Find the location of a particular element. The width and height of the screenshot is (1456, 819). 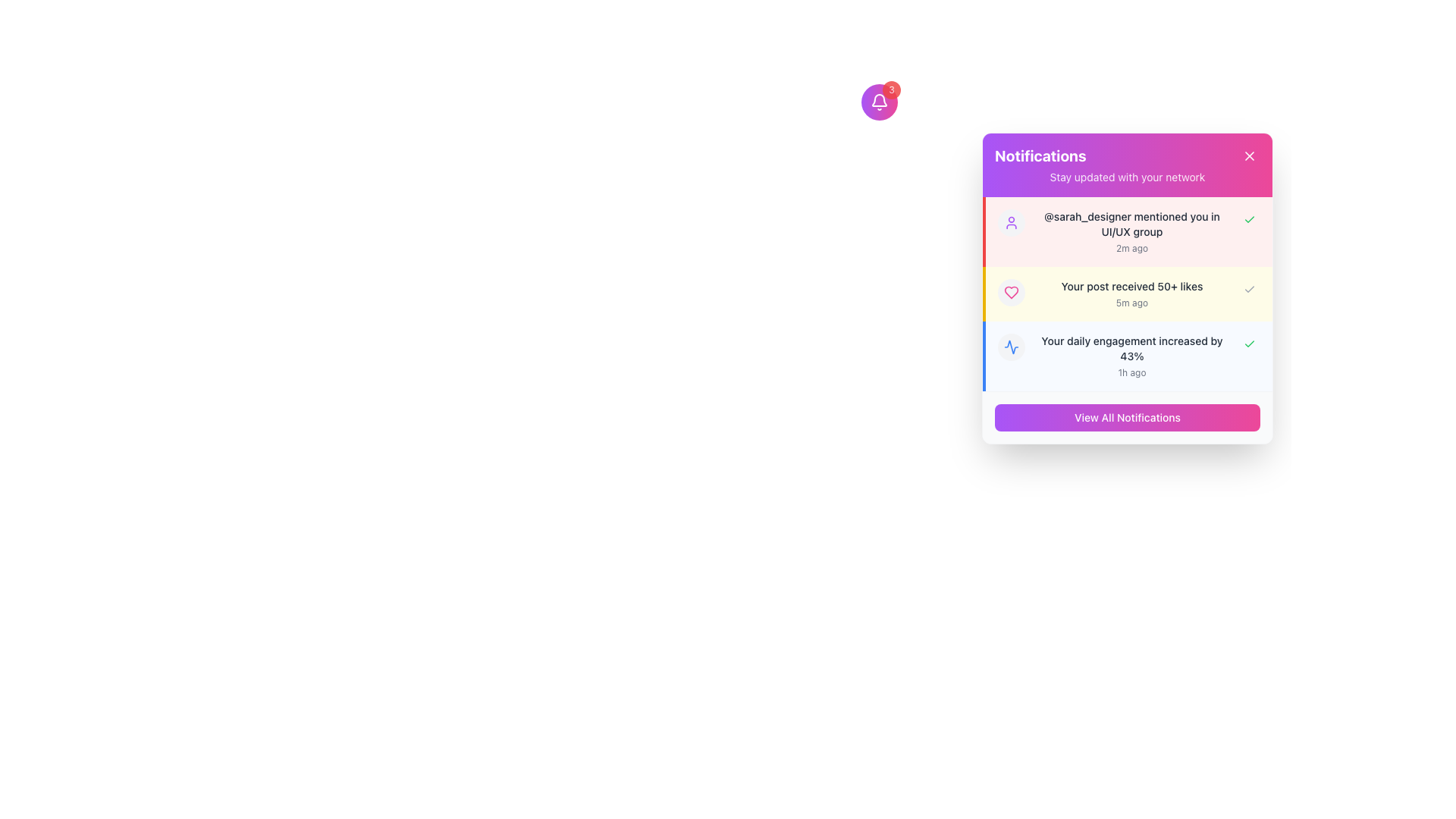

text label displaying 'Your daily engagement increased by 43%' located in the third notification entry of the notification panel is located at coordinates (1131, 348).